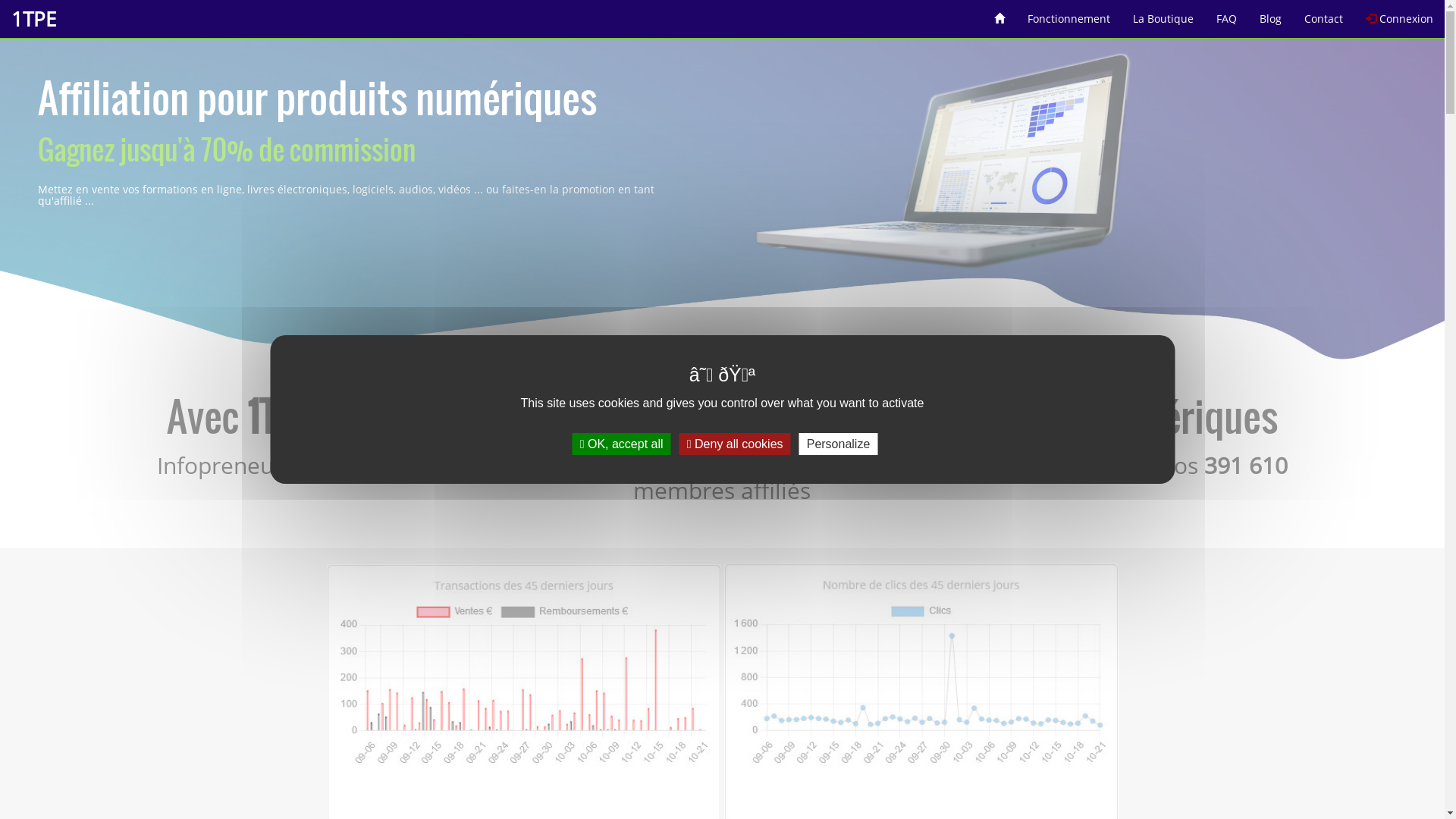 The image size is (1456, 819). Describe the element at coordinates (1226, 13) in the screenshot. I see `'FAQ'` at that location.